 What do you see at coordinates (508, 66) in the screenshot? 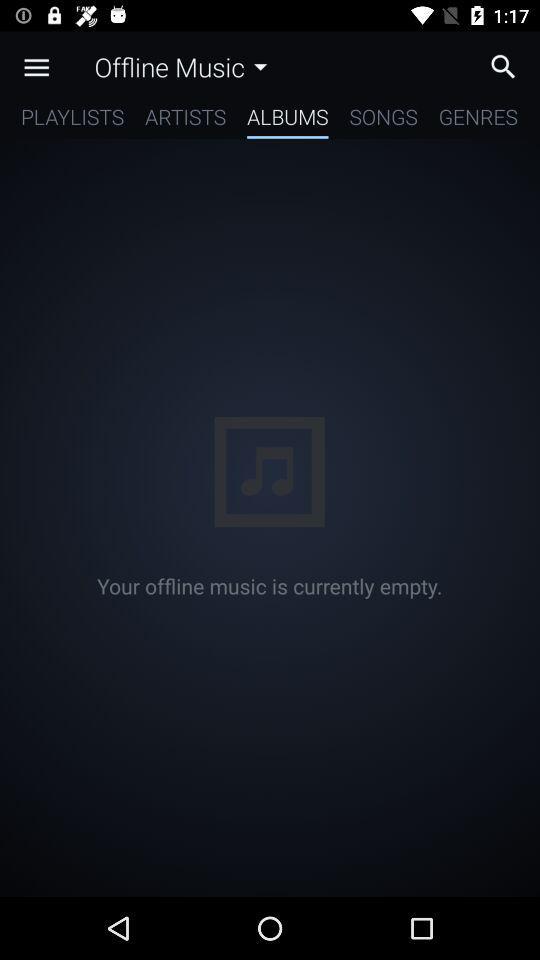
I see `search` at bounding box center [508, 66].